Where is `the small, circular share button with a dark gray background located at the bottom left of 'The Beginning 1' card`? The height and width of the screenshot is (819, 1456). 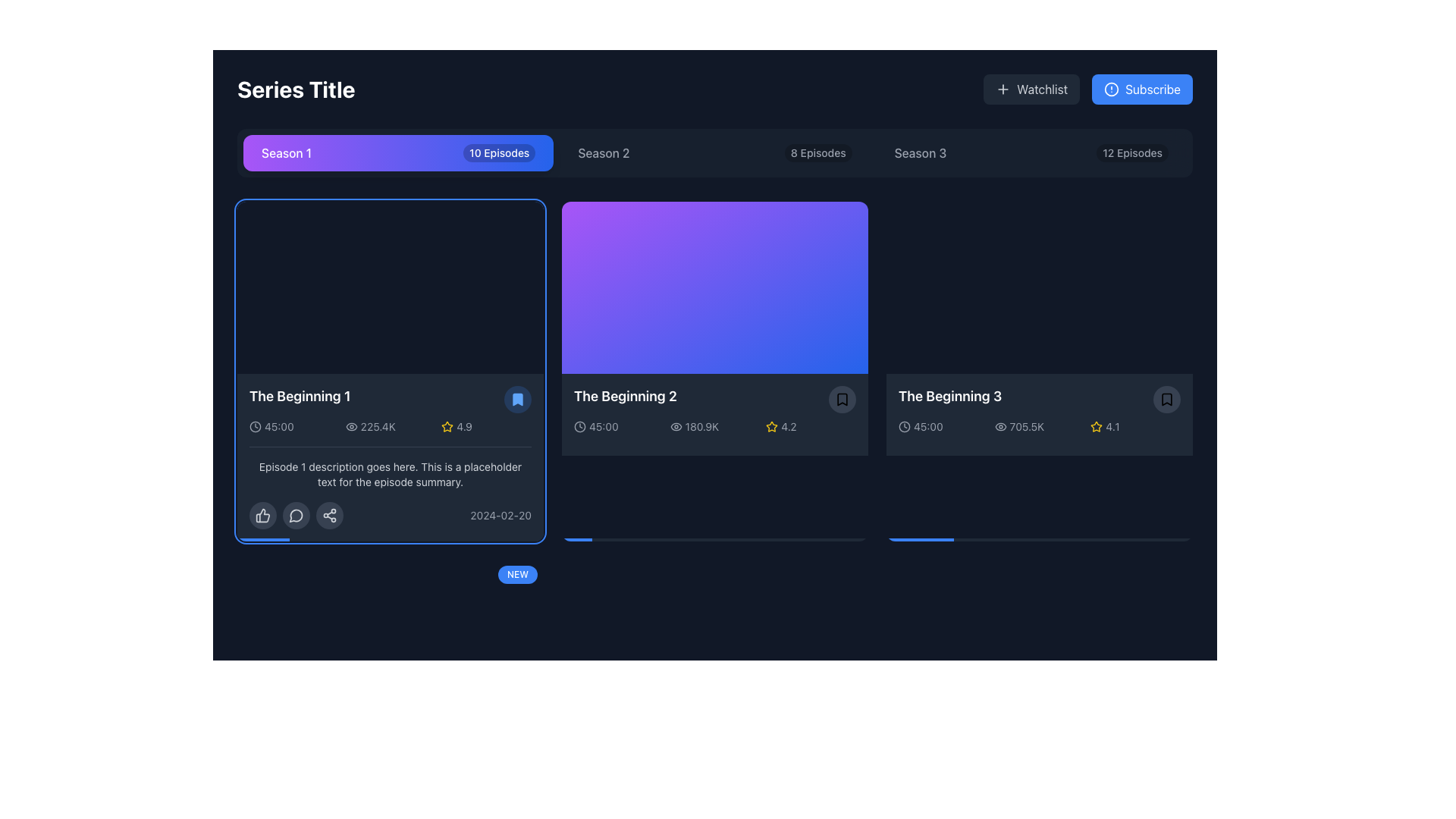 the small, circular share button with a dark gray background located at the bottom left of 'The Beginning 1' card is located at coordinates (329, 514).